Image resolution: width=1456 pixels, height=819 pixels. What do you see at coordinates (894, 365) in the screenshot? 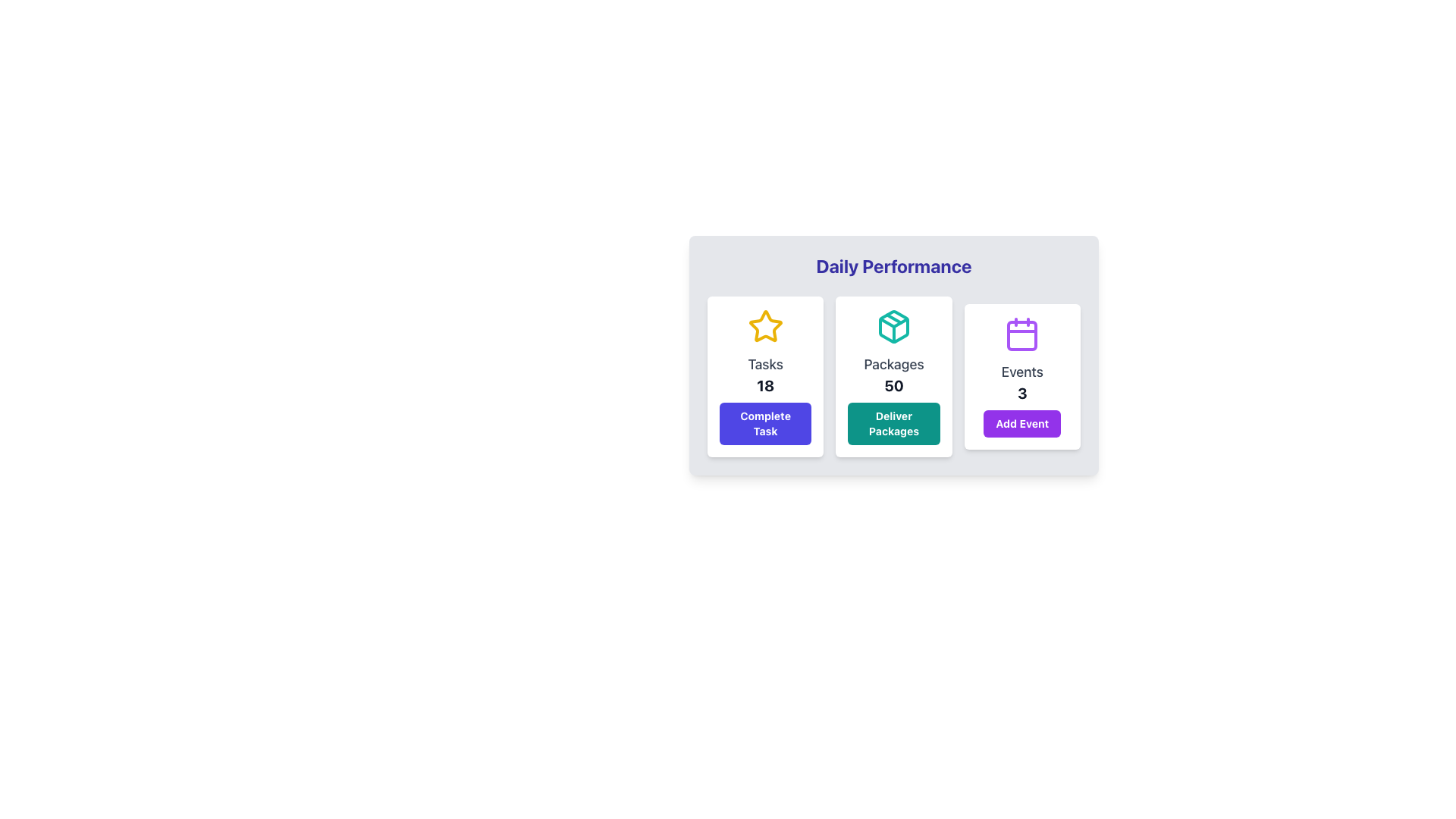
I see `the text label that identifies the section as related to packages, located in the second card of the 'Daily Performance' section, between the package box icon and the number '50'` at bounding box center [894, 365].